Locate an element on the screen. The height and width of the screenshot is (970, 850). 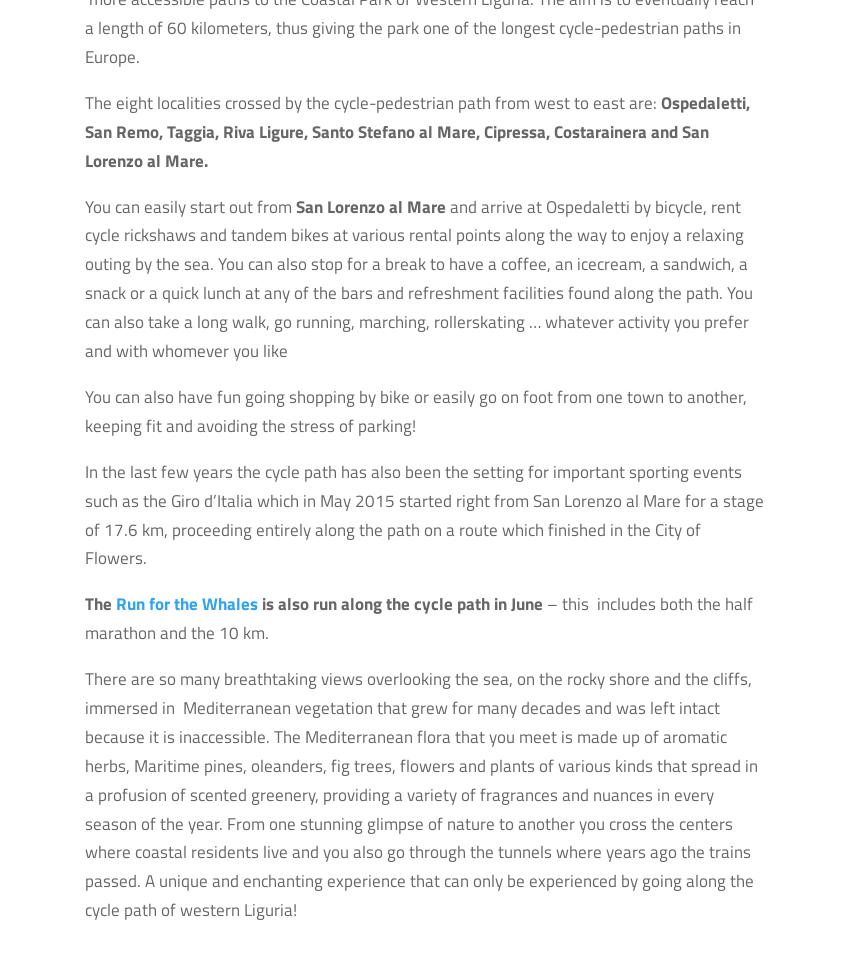
'In the last few years the cycle path has also been the setting for important sporting events such as the Giro d’Italia which in May 2015 started right from San Lorenzo al Mare for a stage of 17.6 km, proceeding entirely along the path on a route which finished in the City of Flowers.' is located at coordinates (424, 514).